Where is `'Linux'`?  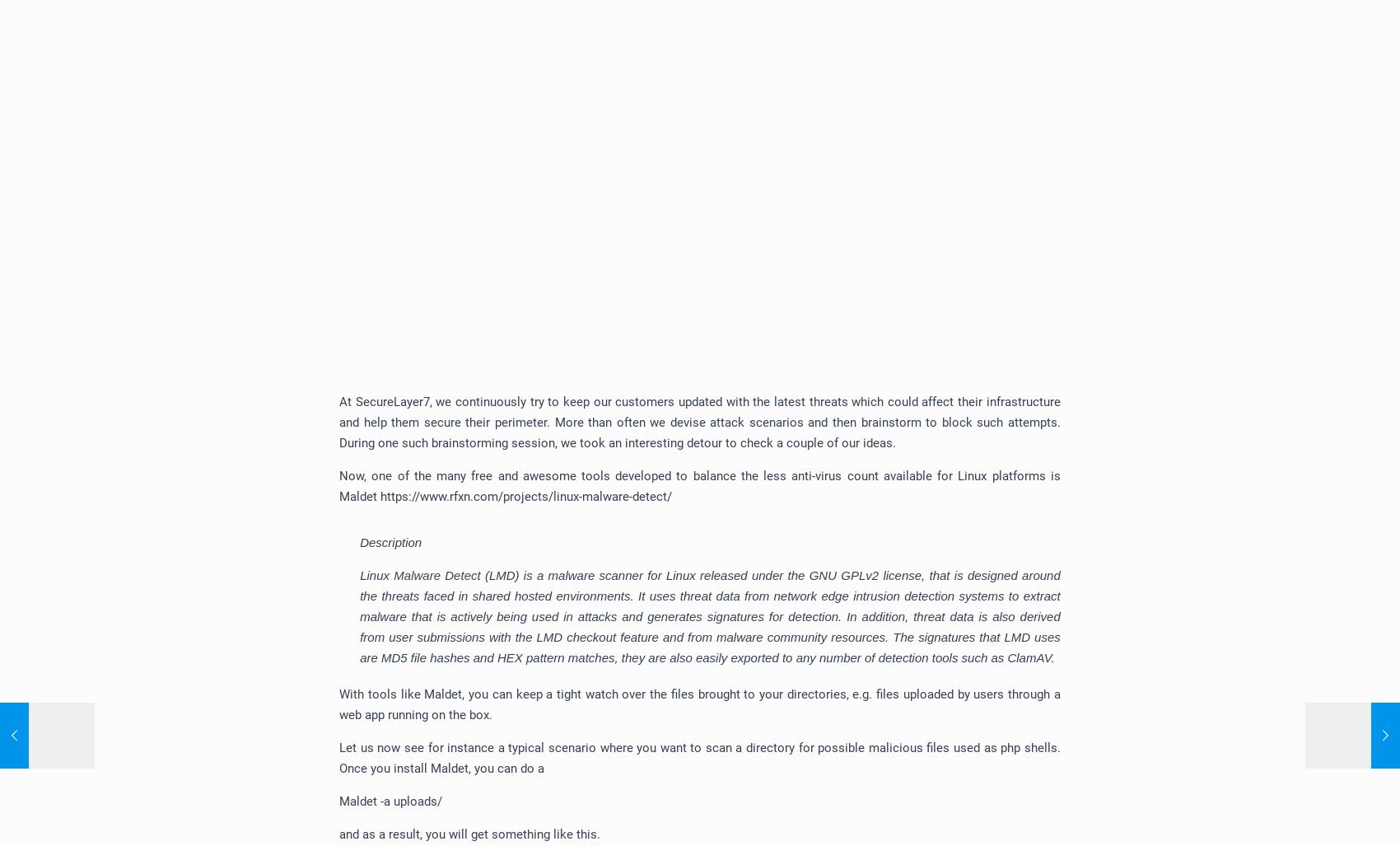
'Linux' is located at coordinates (376, 575).